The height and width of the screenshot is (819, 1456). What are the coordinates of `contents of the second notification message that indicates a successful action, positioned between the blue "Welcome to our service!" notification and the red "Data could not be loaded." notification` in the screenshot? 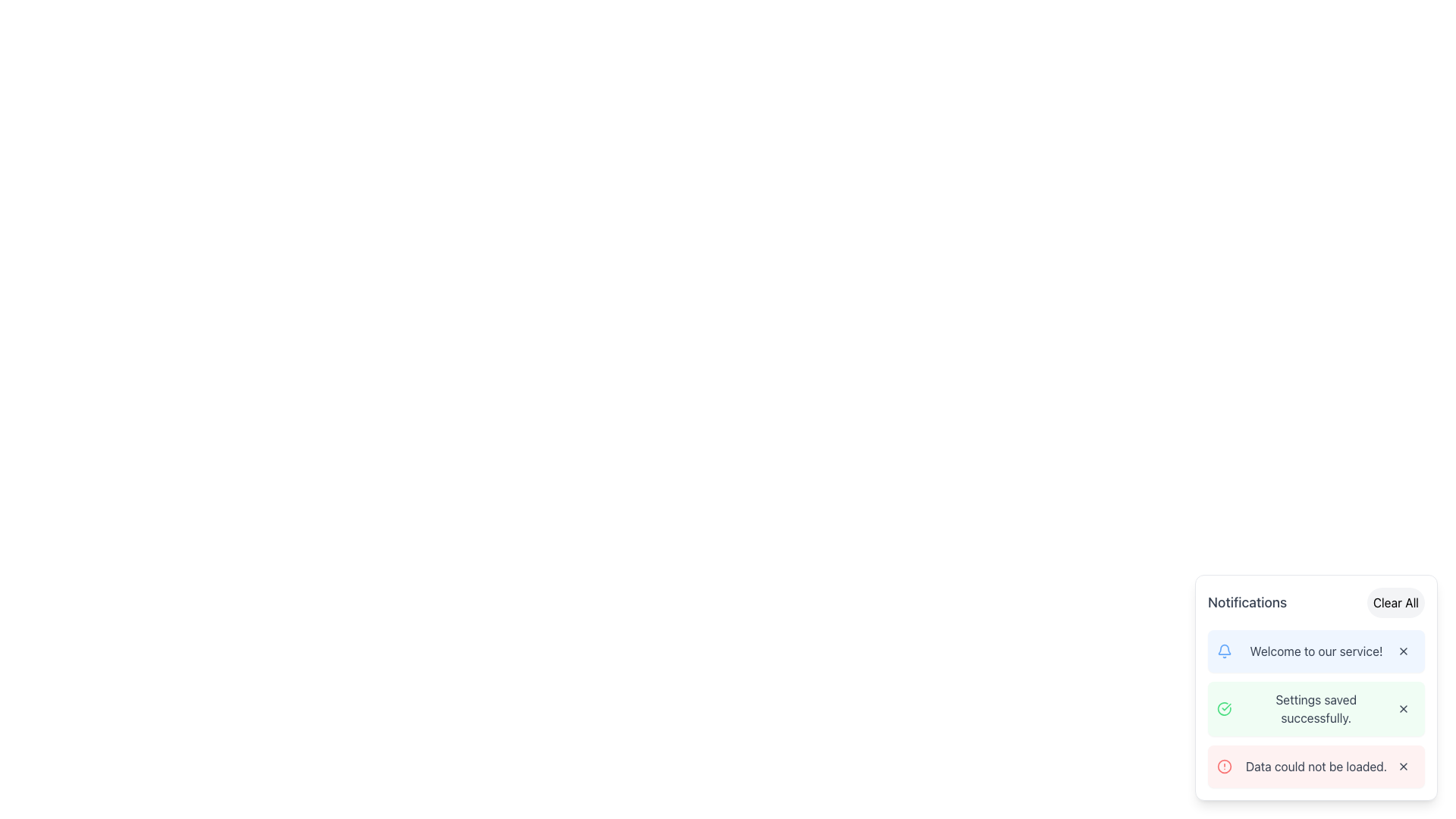 It's located at (1316, 708).